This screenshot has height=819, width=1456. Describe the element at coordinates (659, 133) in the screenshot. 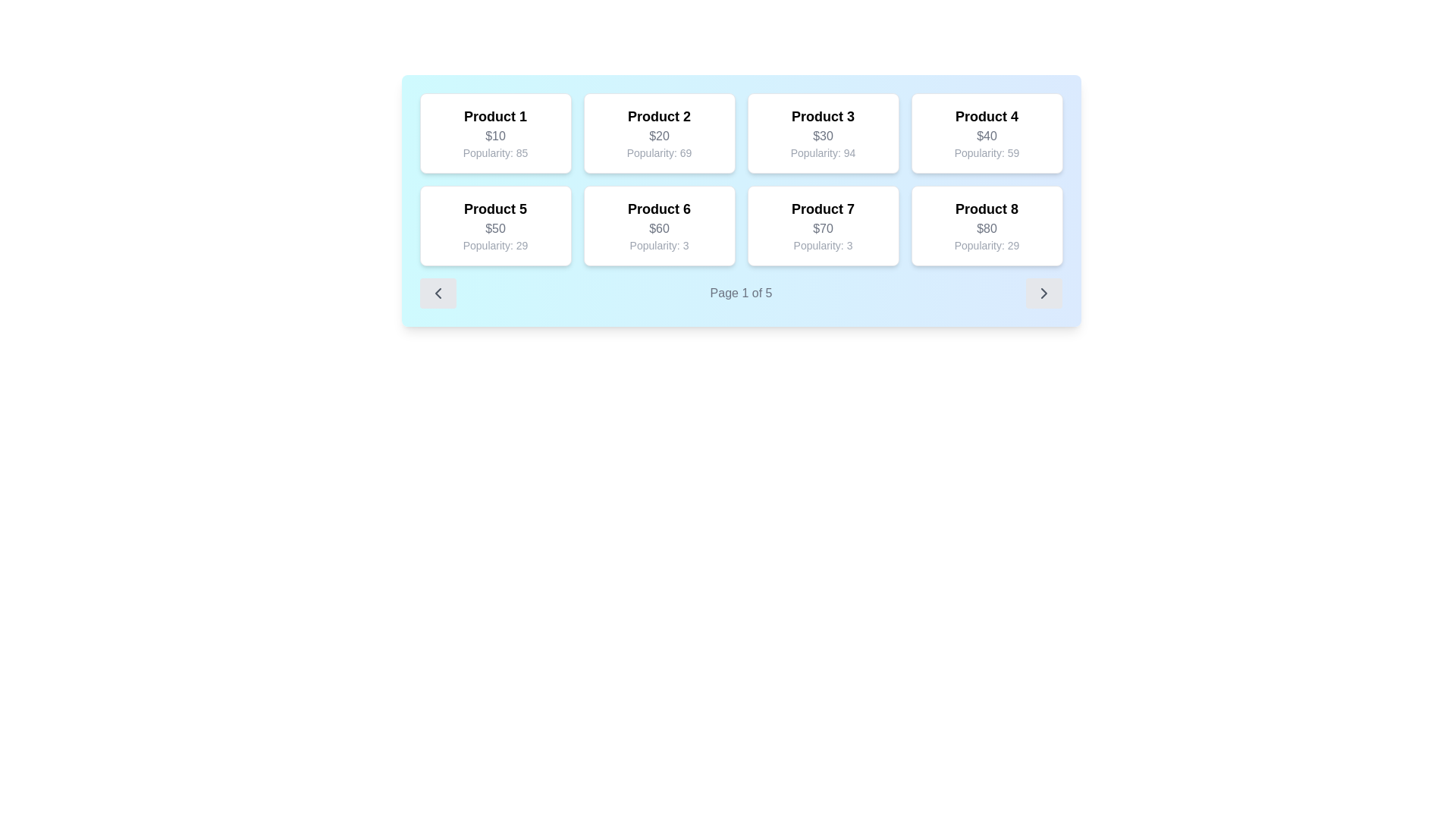

I see `the product card displaying details about the product, which is the second item in the top row of the grid layout` at that location.